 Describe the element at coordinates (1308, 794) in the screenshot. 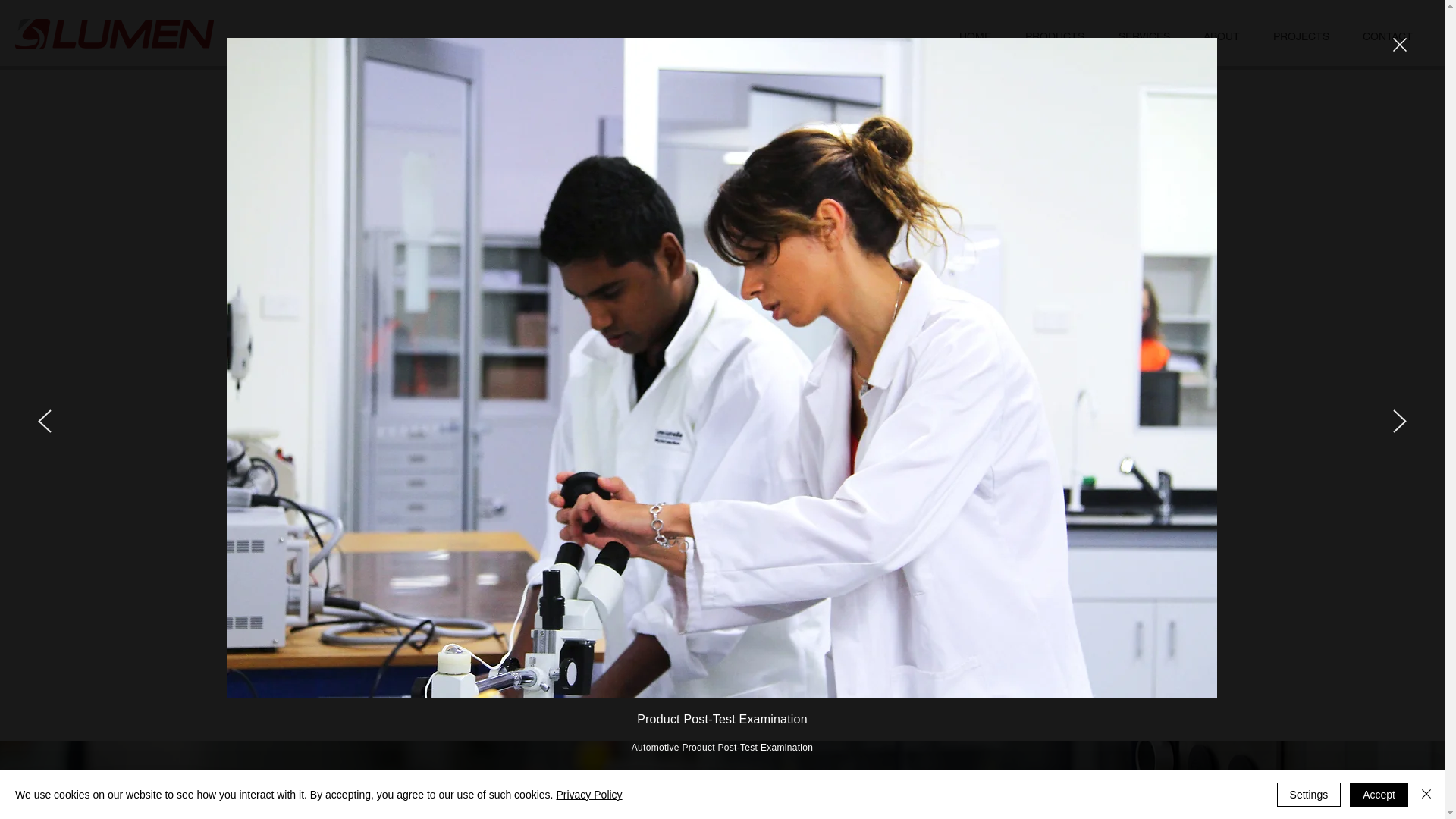

I see `'Settings'` at that location.